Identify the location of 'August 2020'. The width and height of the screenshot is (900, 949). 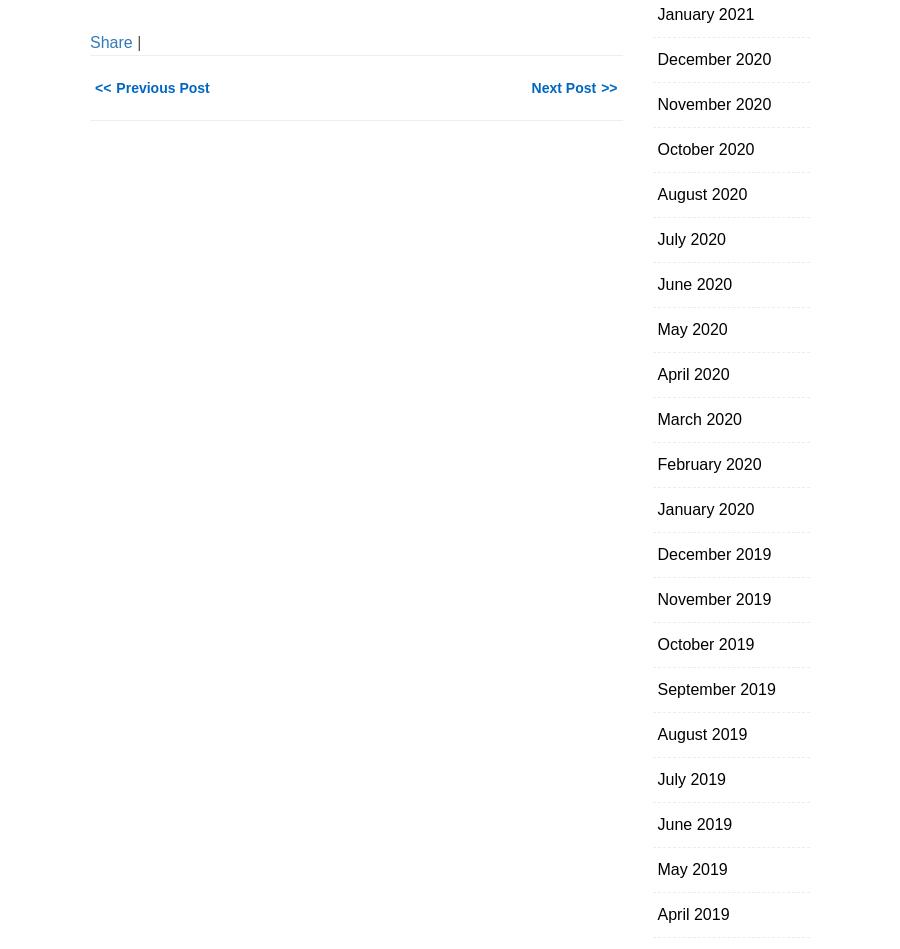
(701, 193).